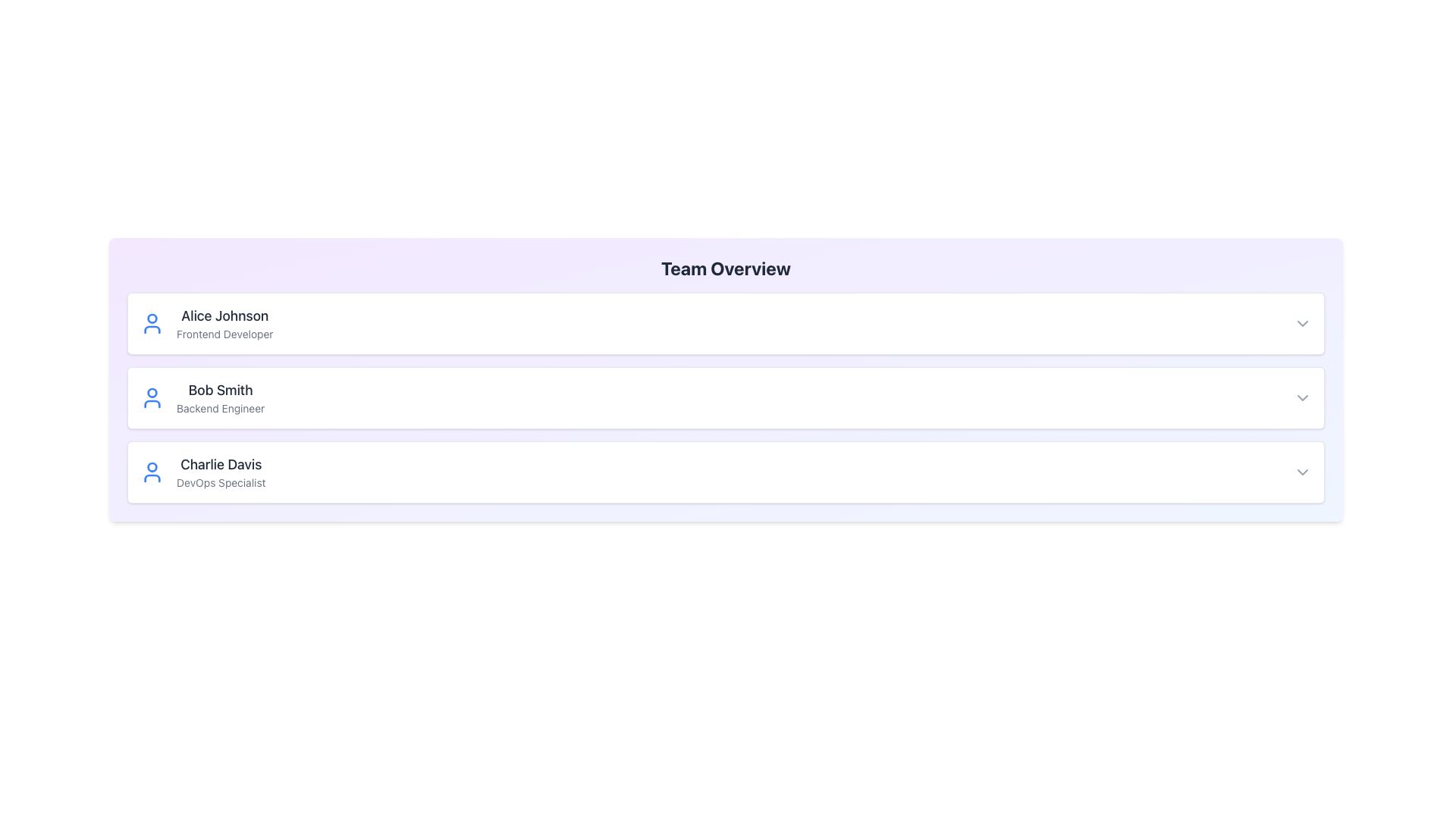  I want to click on the second personnel information card displaying 'Bob Smith' and 'Backend Engineer' in the 'Team Overview' section, so click(202, 397).